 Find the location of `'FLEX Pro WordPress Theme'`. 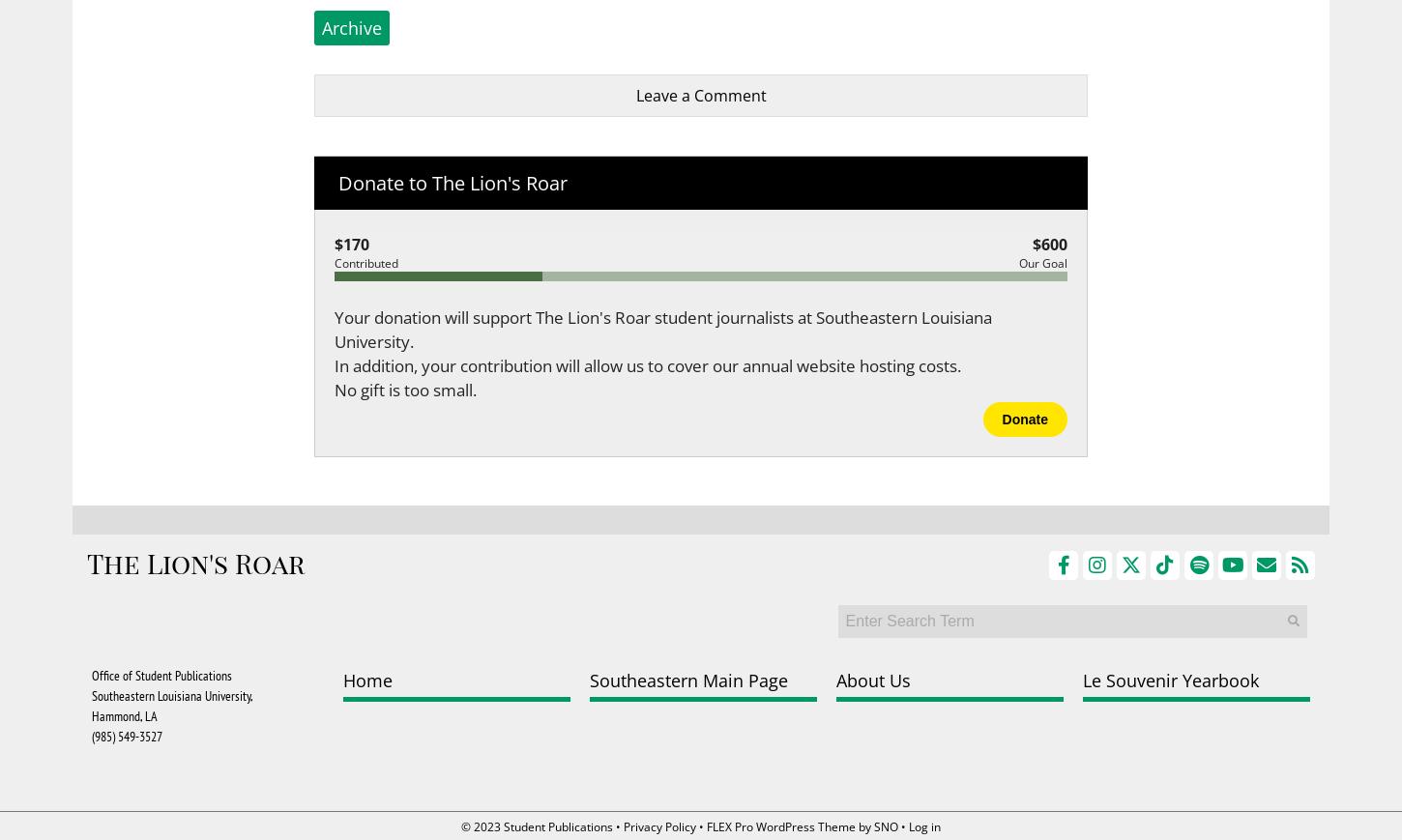

'FLEX Pro WordPress Theme' is located at coordinates (706, 826).